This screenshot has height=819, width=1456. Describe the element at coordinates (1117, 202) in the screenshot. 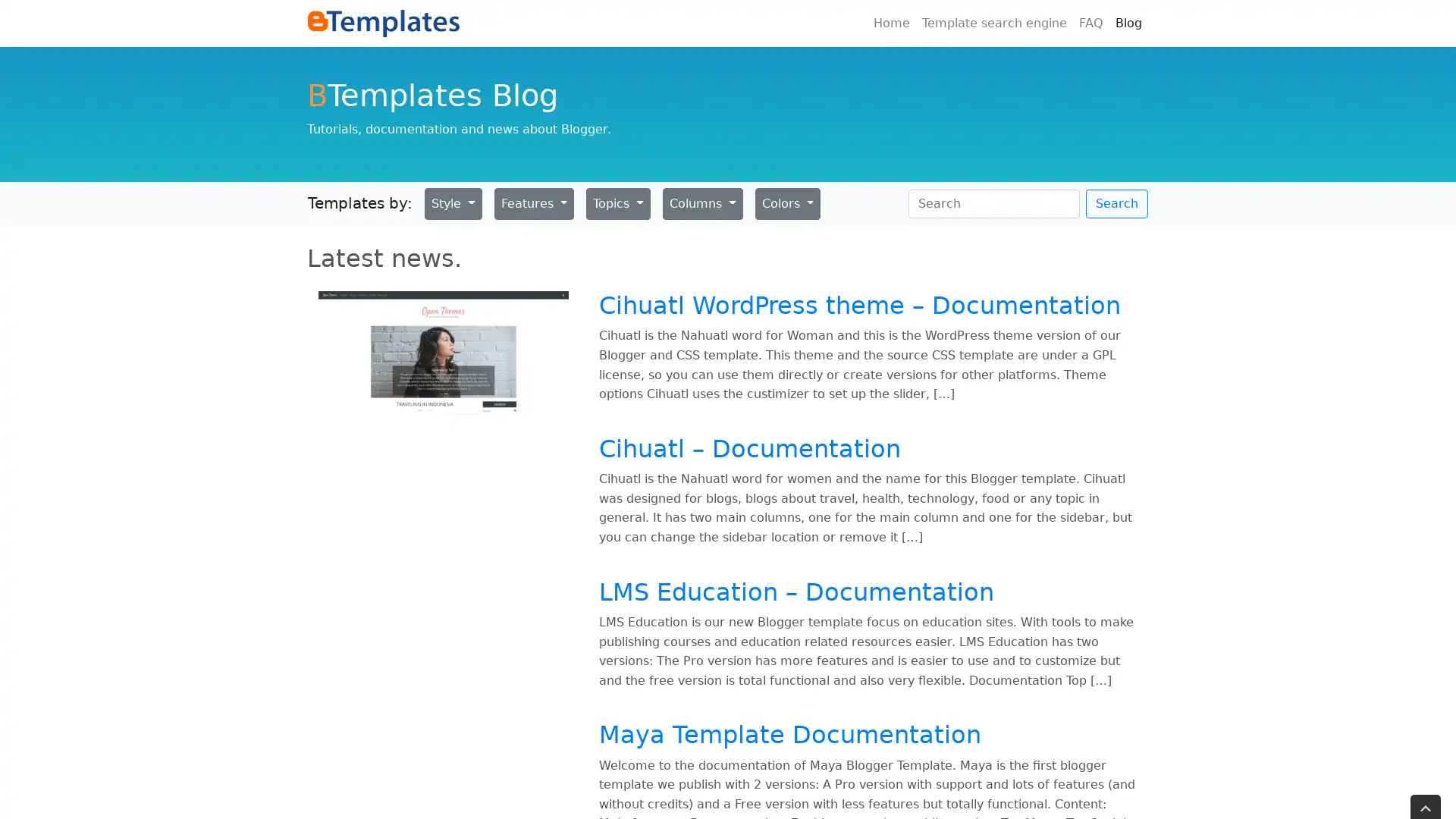

I see `Search` at that location.